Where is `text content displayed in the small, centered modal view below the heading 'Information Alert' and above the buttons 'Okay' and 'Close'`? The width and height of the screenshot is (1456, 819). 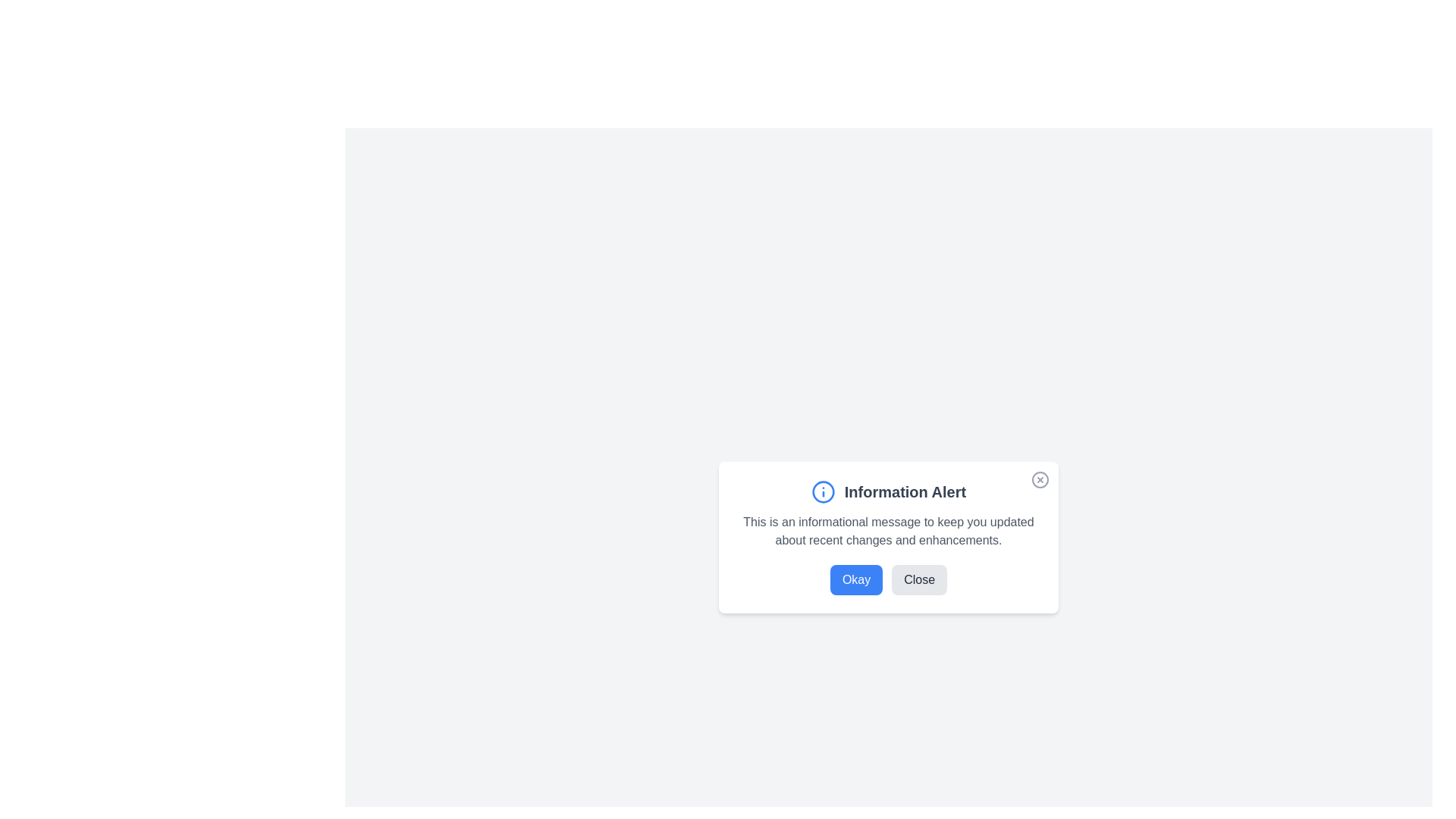
text content displayed in the small, centered modal view below the heading 'Information Alert' and above the buttons 'Okay' and 'Close' is located at coordinates (888, 531).